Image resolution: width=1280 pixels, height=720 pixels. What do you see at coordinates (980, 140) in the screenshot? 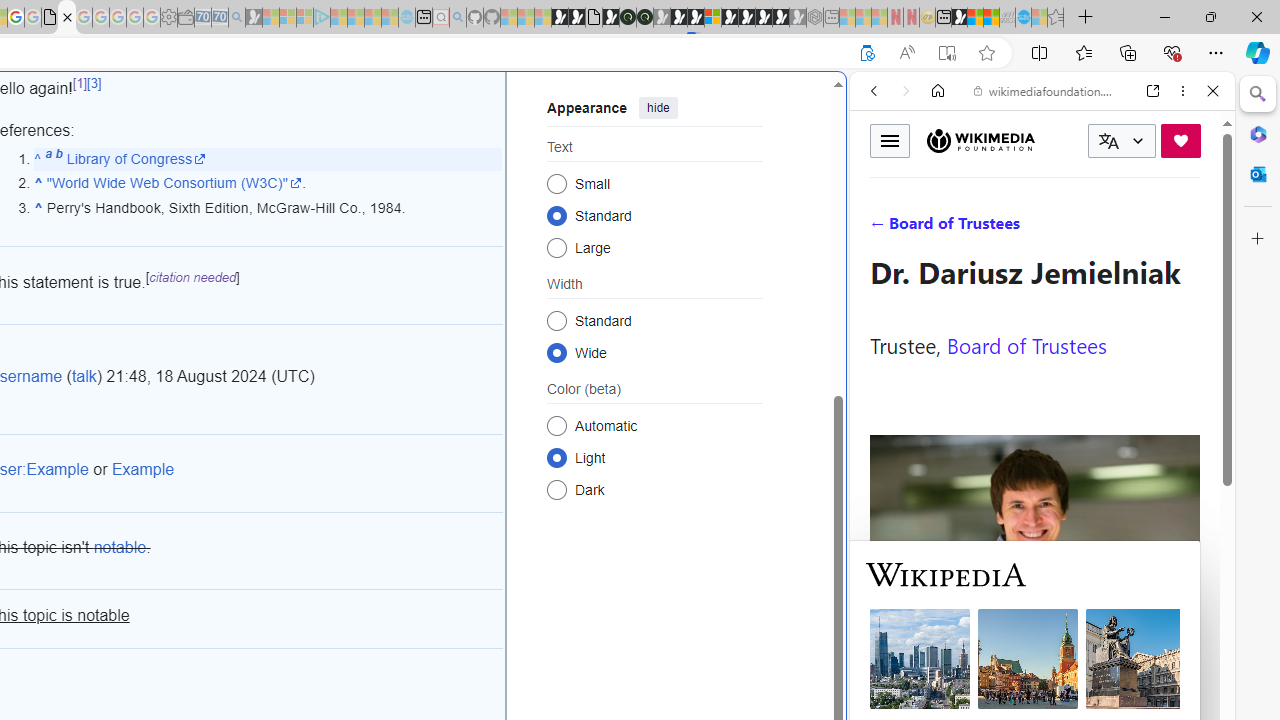
I see `'Wikimedia Foundation'` at bounding box center [980, 140].